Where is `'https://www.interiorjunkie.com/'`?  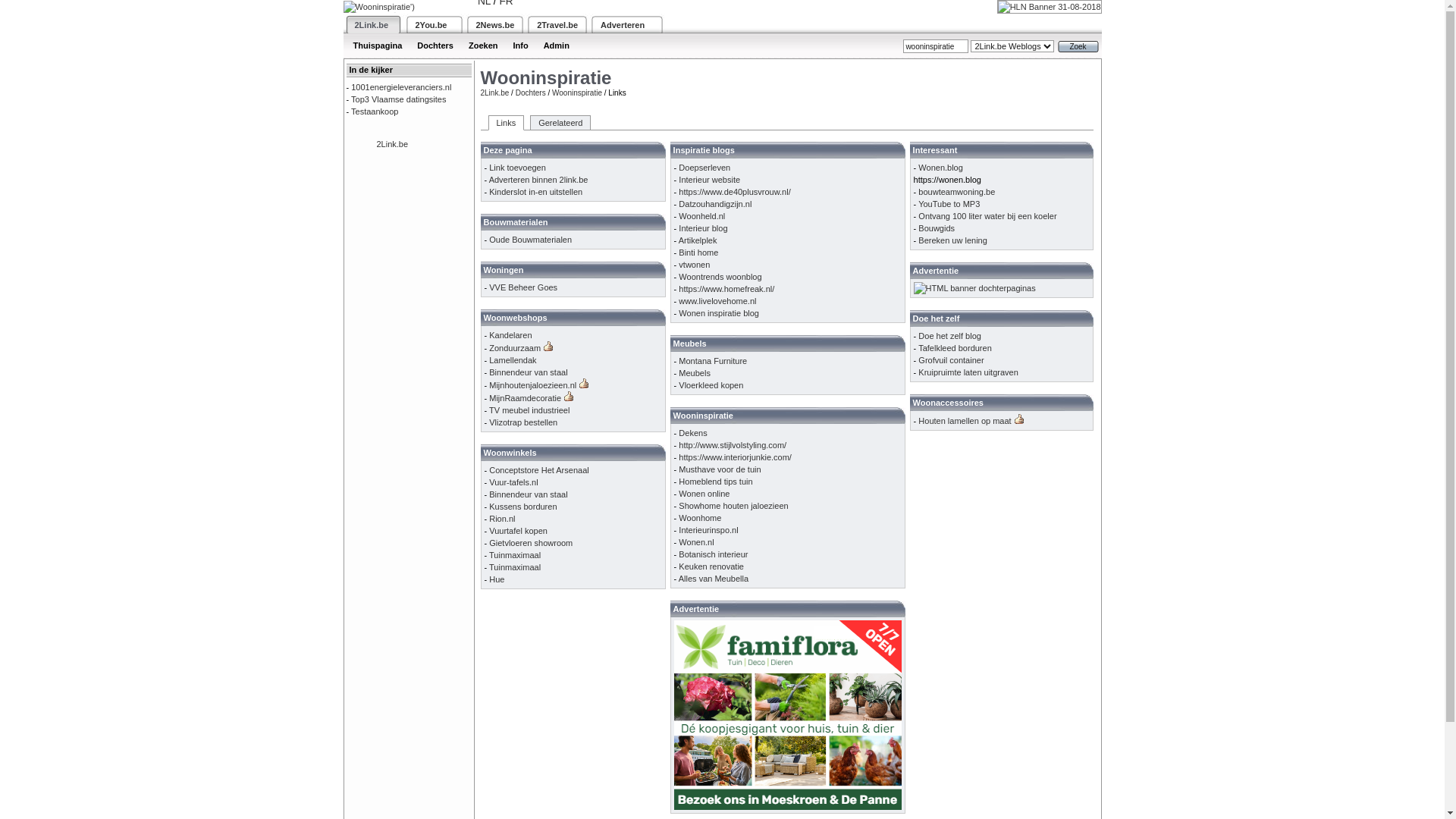
'https://www.interiorjunkie.com/' is located at coordinates (735, 456).